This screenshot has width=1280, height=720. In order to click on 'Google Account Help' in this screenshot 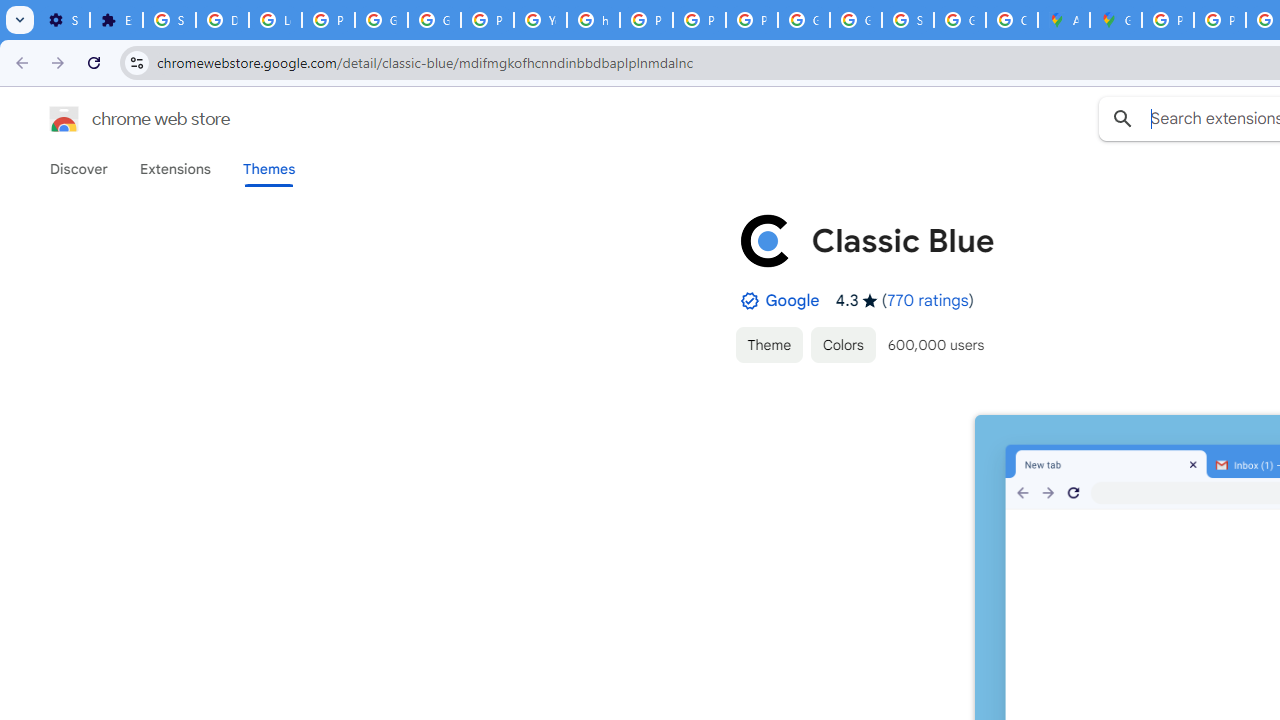, I will do `click(381, 20)`.